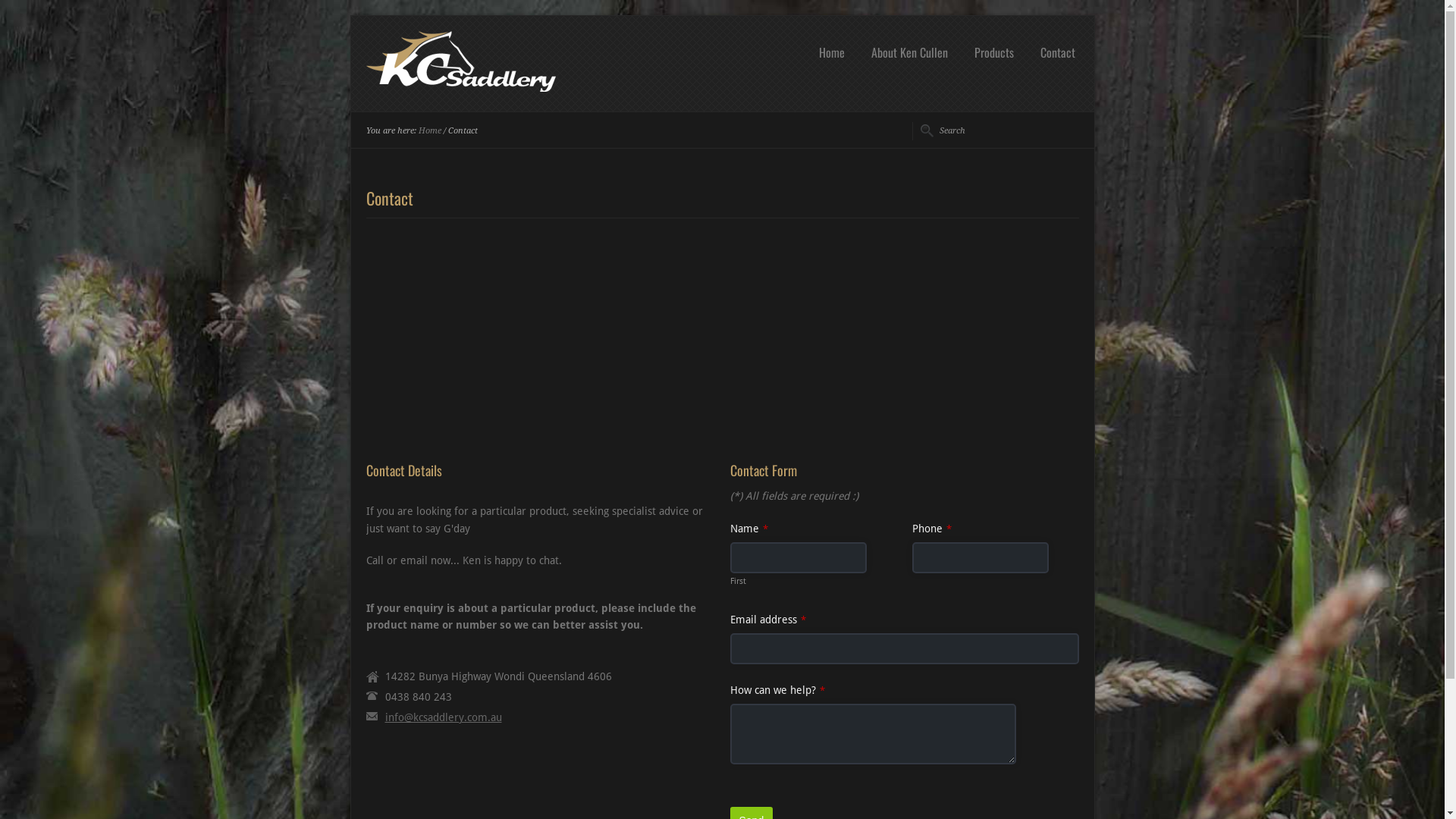 This screenshot has height=819, width=1456. What do you see at coordinates (385, 717) in the screenshot?
I see `'info@kcsaddlery.com.au'` at bounding box center [385, 717].